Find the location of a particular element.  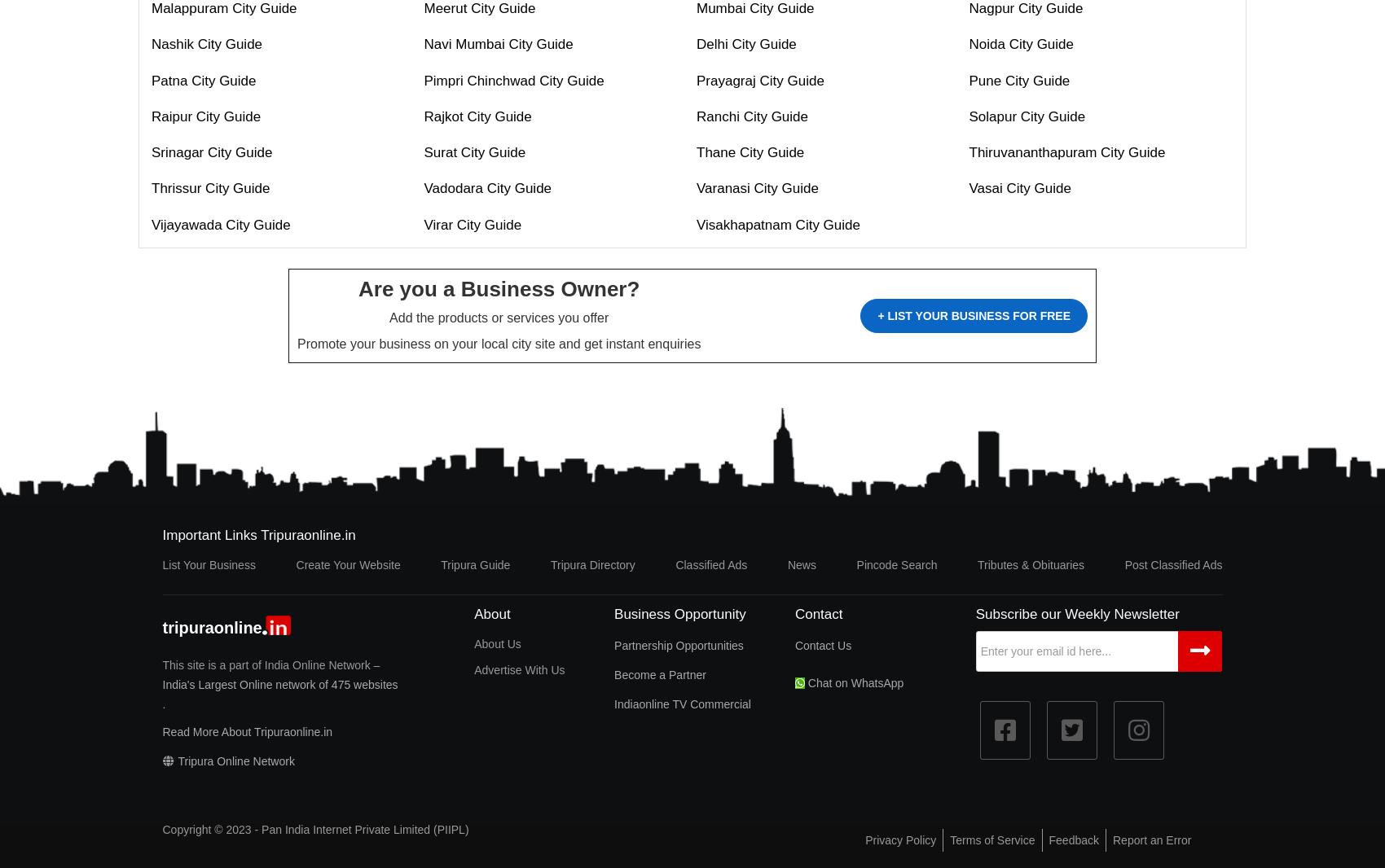

'Pimpri Chinchwad City Guide' is located at coordinates (512, 79).